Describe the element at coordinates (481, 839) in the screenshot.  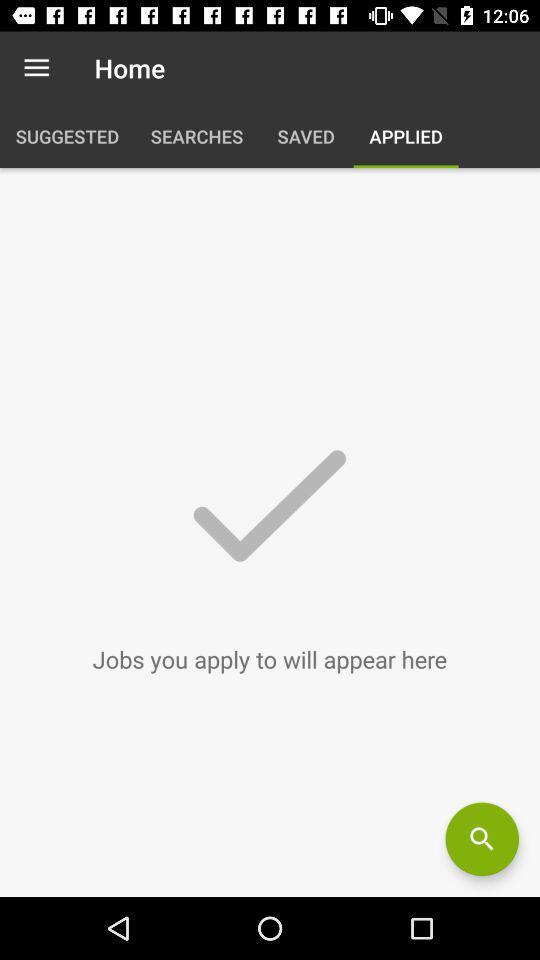
I see `the search icon` at that location.